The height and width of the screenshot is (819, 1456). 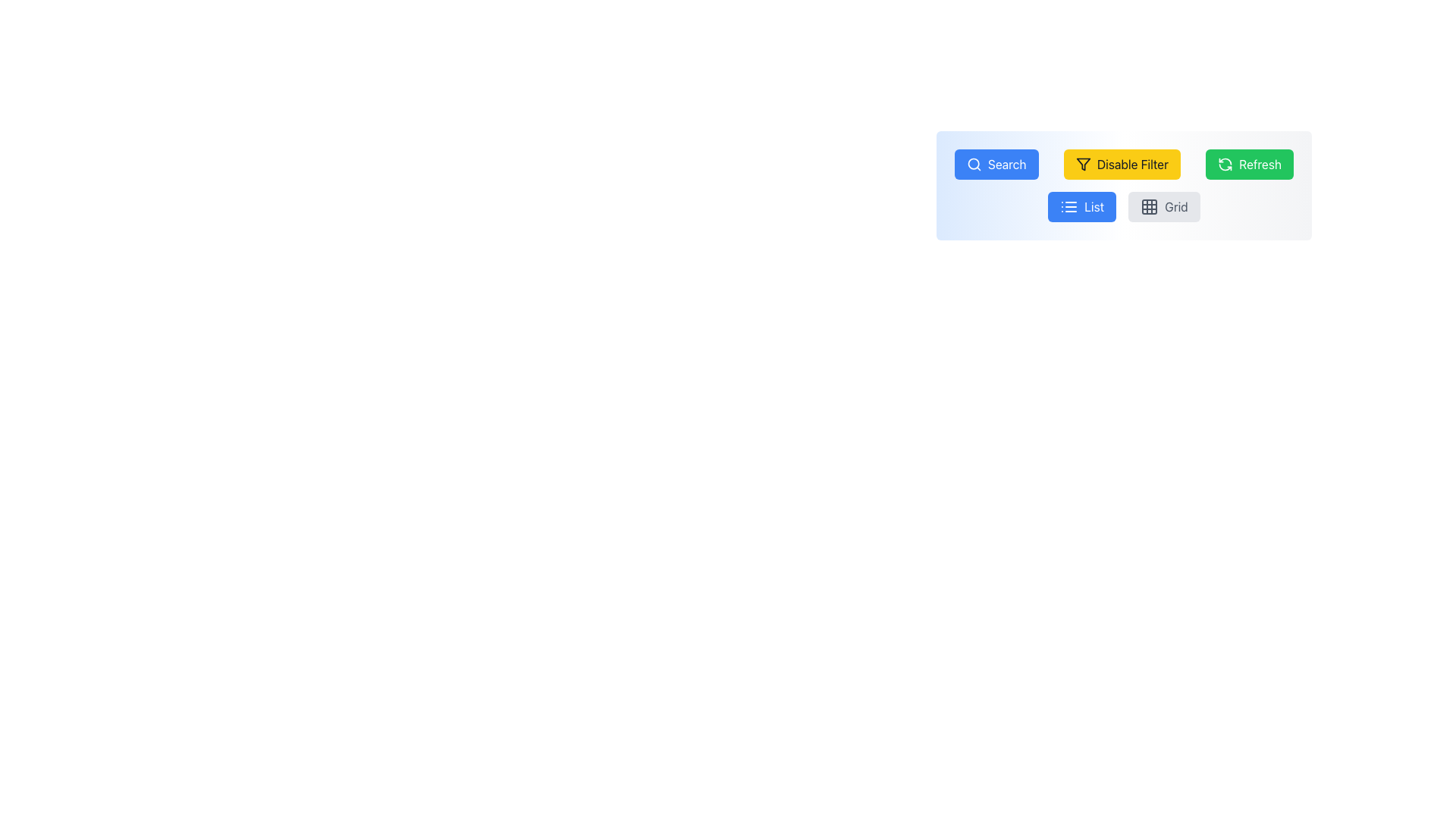 What do you see at coordinates (1082, 164) in the screenshot?
I see `the icon representing the 'Disable Filter' button located` at bounding box center [1082, 164].